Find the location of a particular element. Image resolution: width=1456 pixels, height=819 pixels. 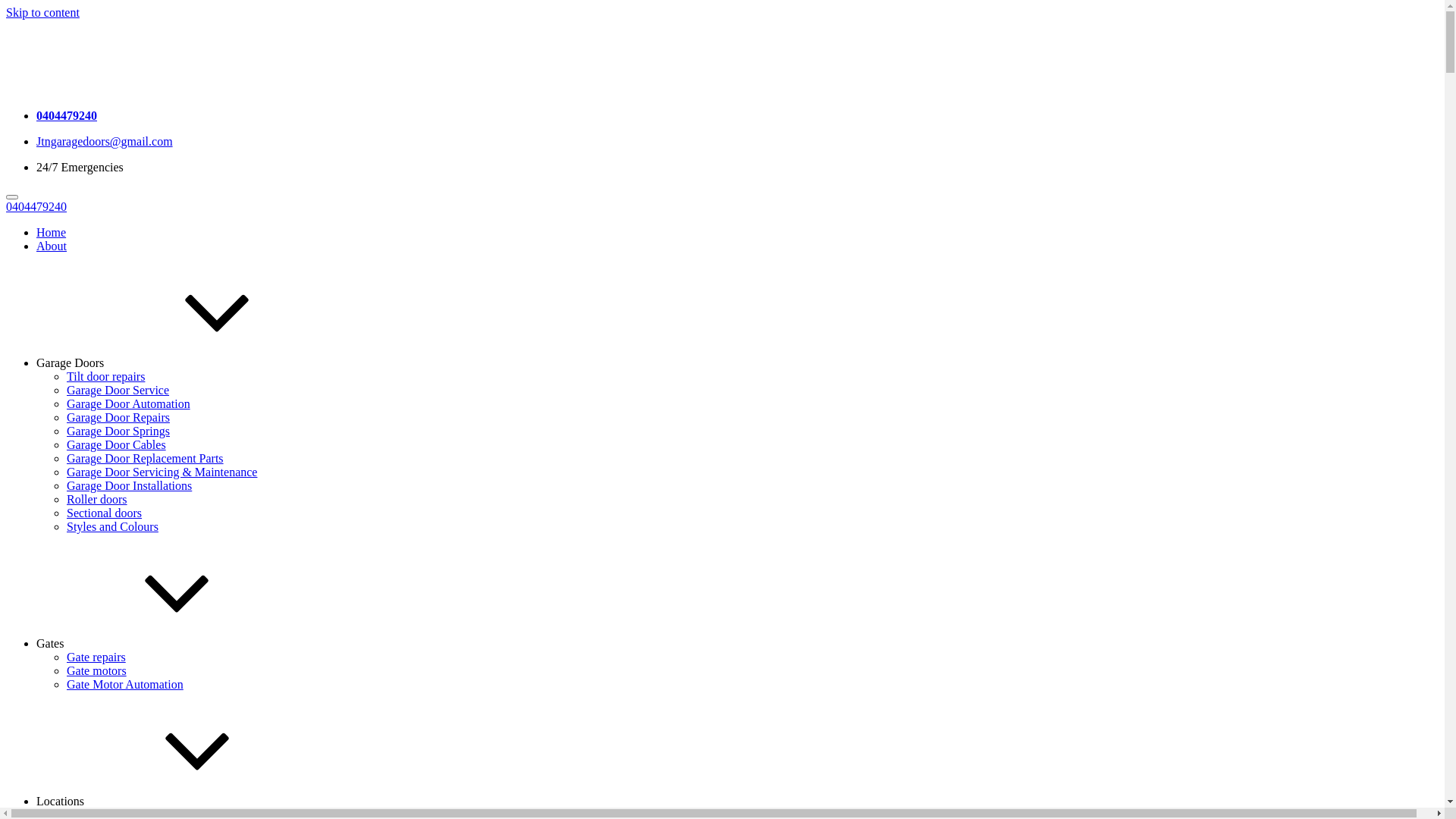

'Home' is located at coordinates (51, 232).